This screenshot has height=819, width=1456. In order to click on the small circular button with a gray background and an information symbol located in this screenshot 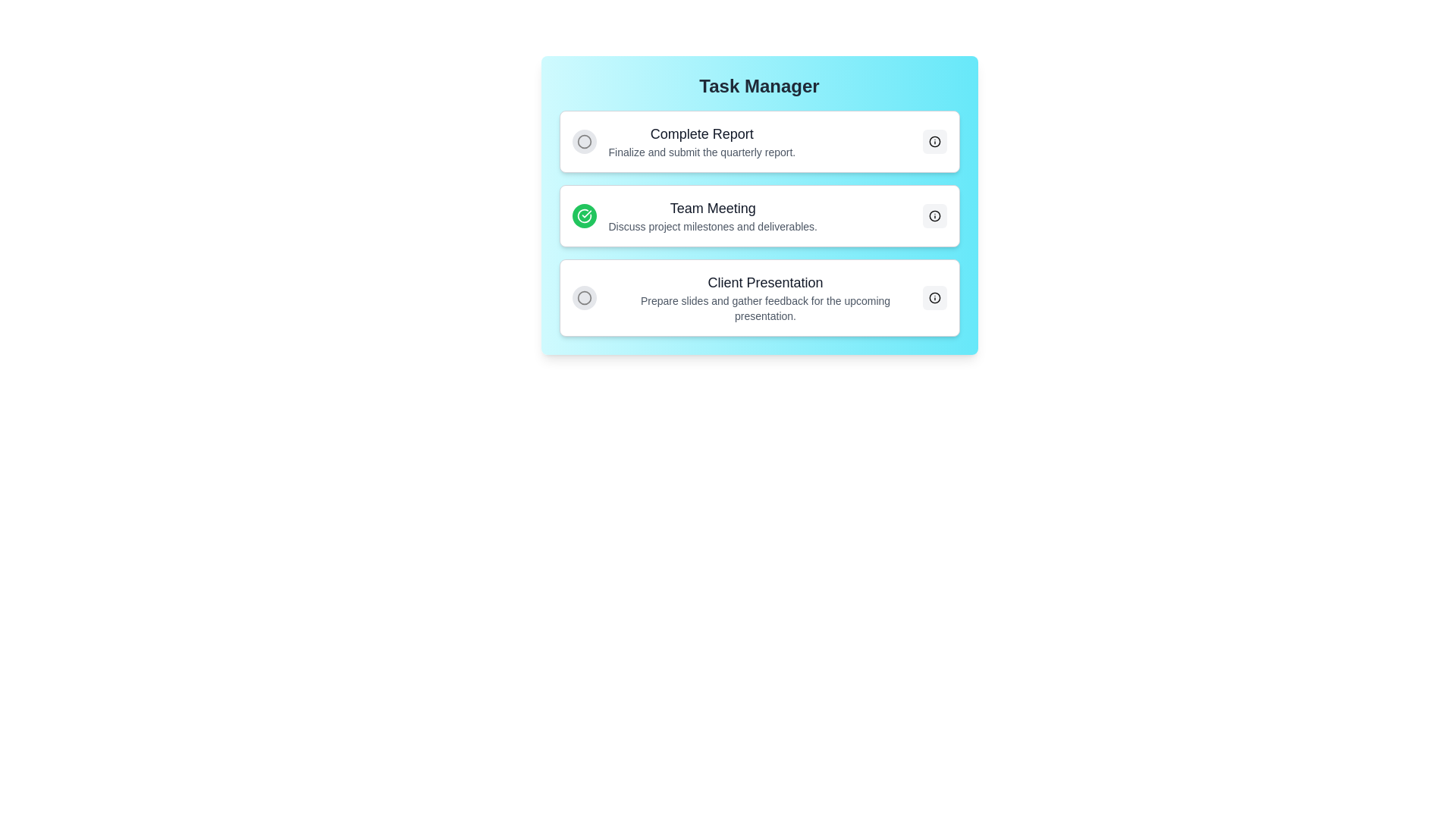, I will do `click(934, 216)`.